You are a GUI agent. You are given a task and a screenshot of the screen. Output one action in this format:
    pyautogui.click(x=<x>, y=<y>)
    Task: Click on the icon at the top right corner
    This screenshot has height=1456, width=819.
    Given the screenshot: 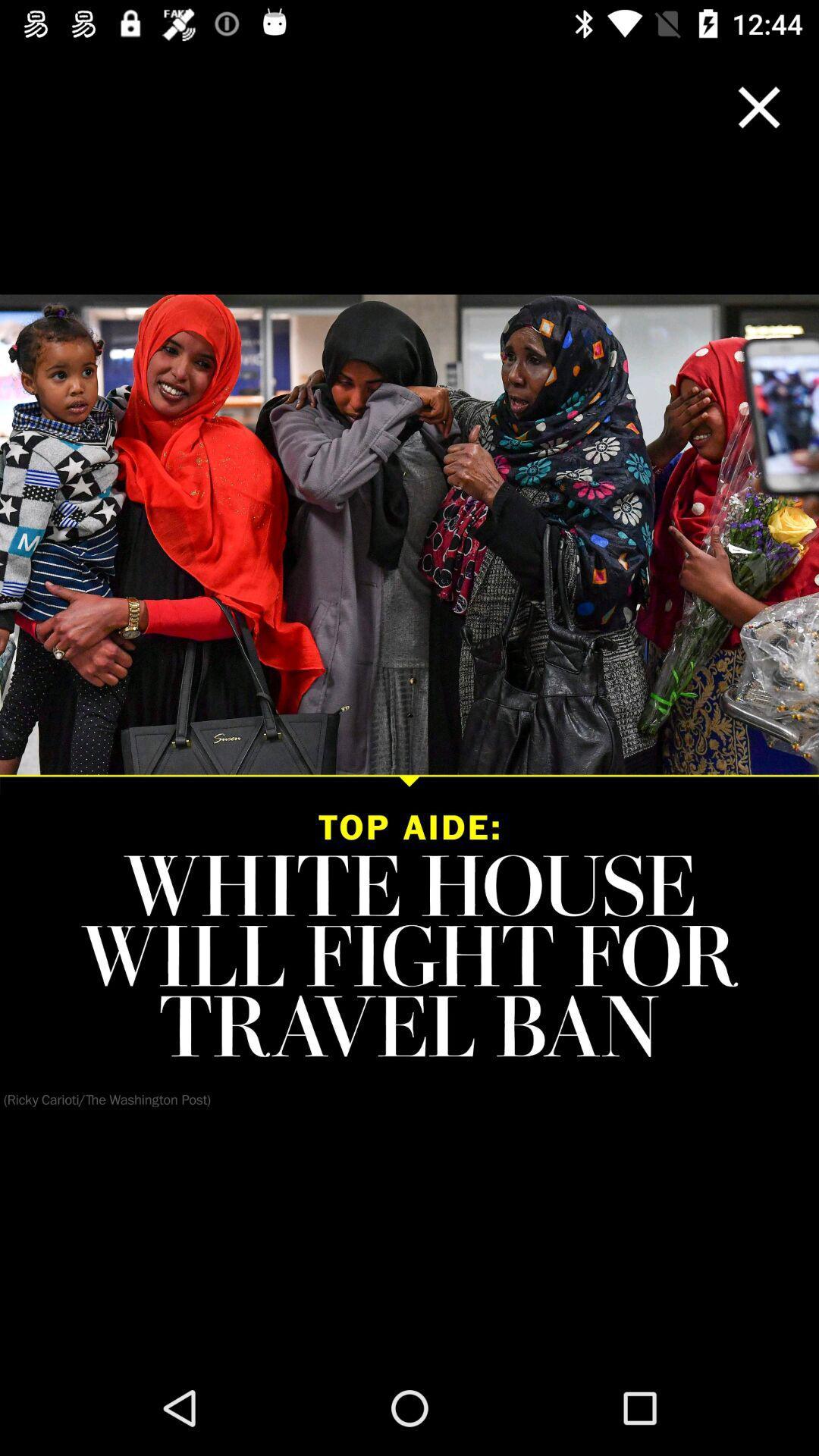 What is the action you would take?
    pyautogui.click(x=759, y=106)
    